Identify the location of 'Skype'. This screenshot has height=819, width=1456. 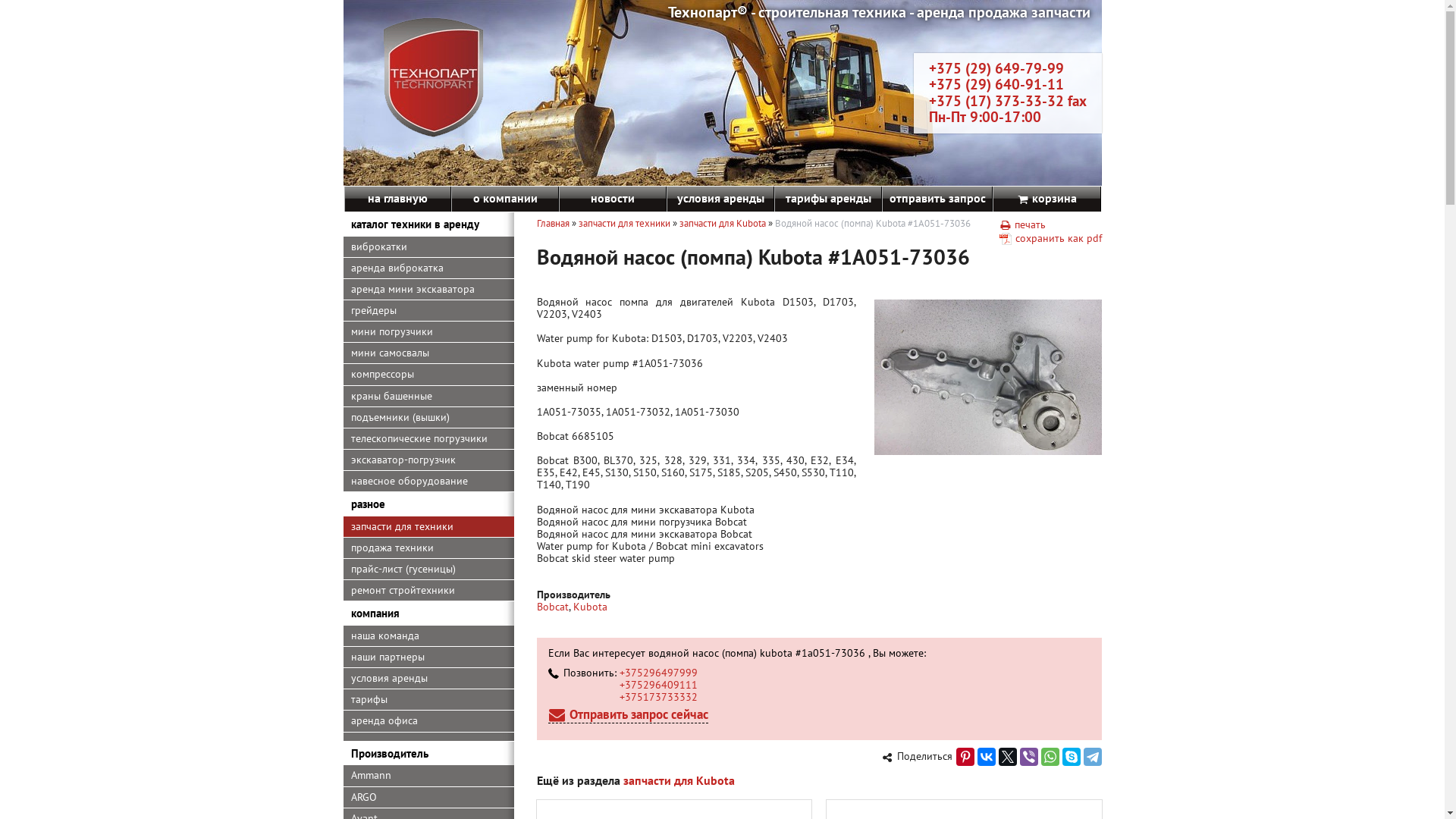
(1069, 757).